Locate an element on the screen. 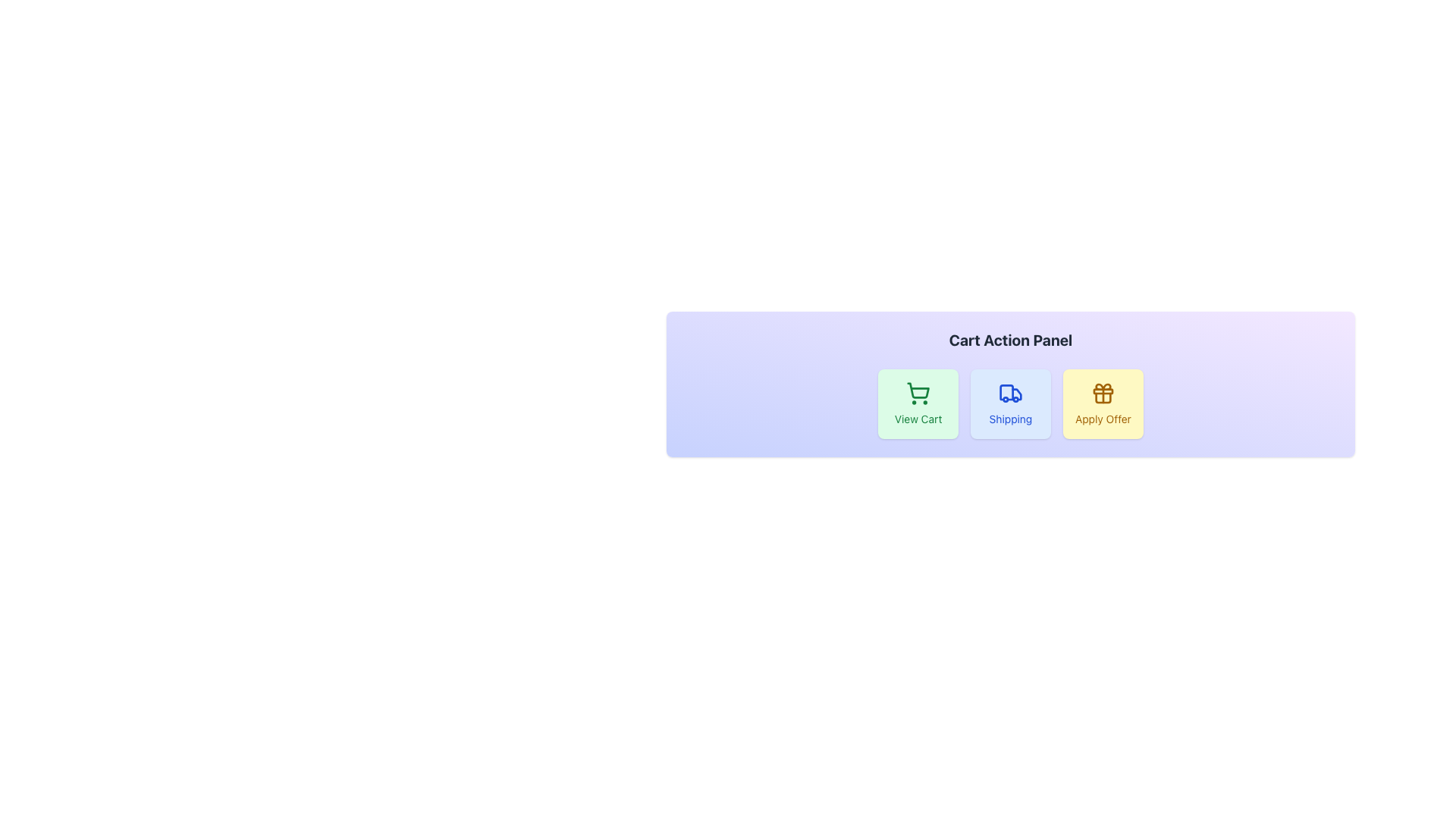 This screenshot has height=819, width=1456. the 'Apply Offer' text label, which is styled in a small font and is centrally located within the 'Apply Offer' button group below a gift box icon is located at coordinates (1103, 419).